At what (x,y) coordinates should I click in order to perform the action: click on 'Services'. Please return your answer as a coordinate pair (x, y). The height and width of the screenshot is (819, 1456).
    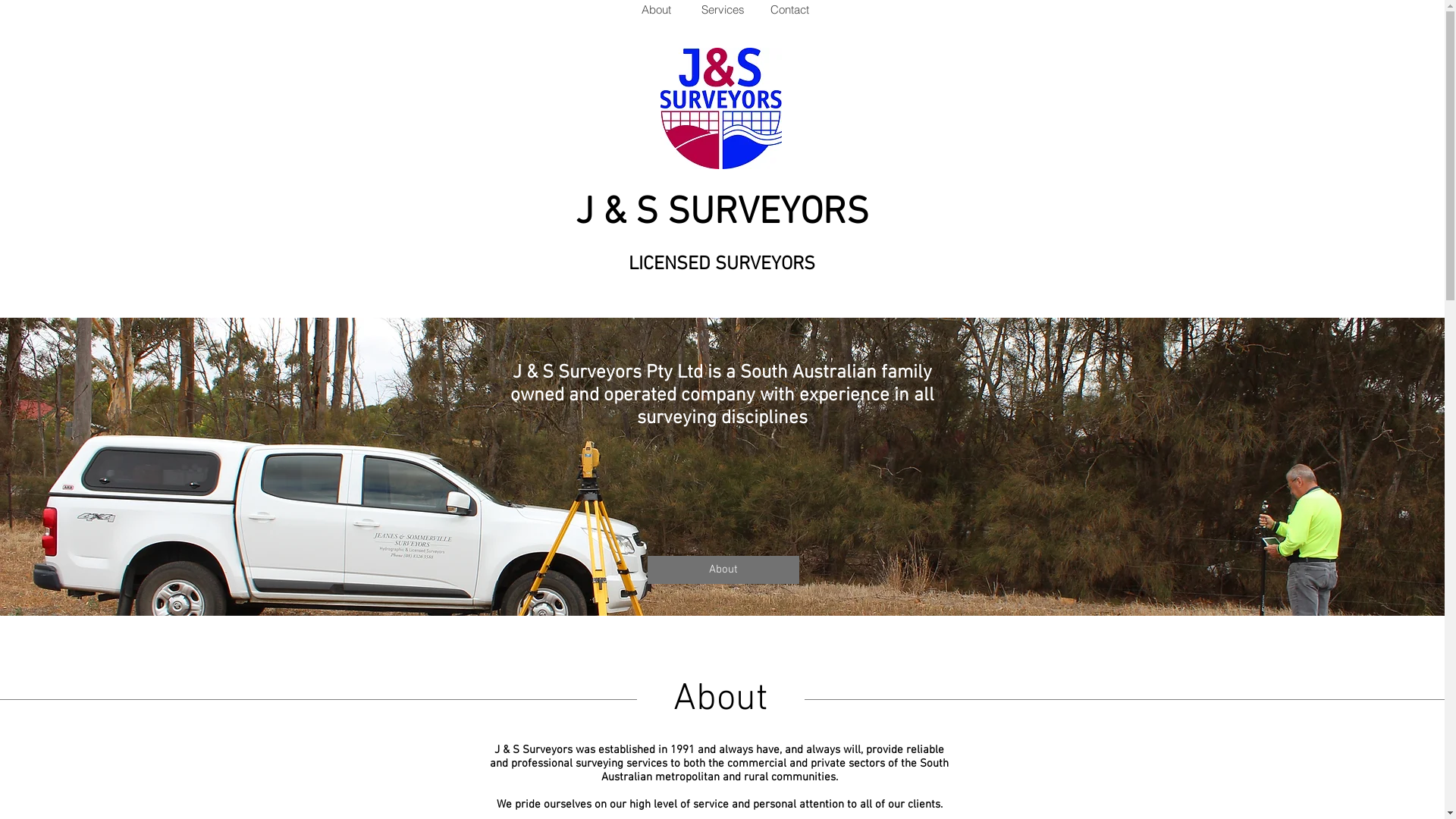
    Looking at the image, I should click on (720, 9).